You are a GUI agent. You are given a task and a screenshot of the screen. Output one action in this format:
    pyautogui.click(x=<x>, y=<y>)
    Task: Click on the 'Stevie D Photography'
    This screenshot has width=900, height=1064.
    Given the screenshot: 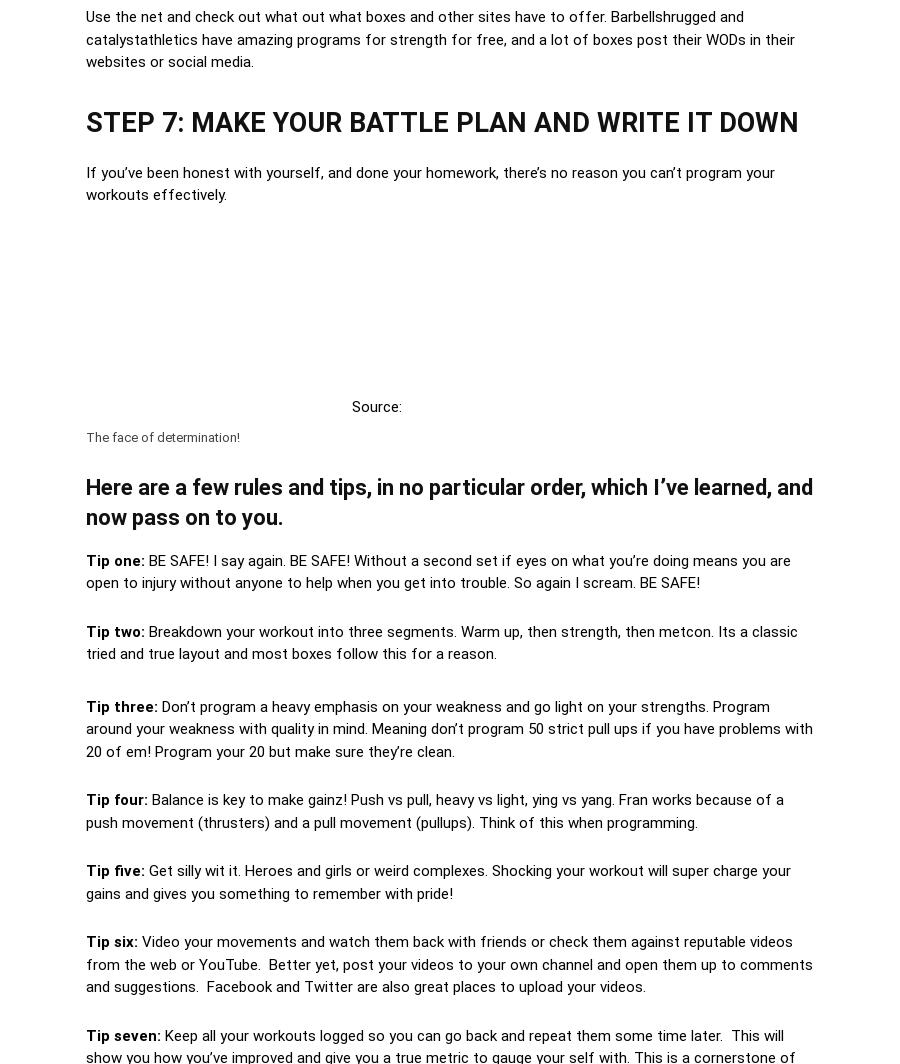 What is the action you would take?
    pyautogui.click(x=405, y=406)
    